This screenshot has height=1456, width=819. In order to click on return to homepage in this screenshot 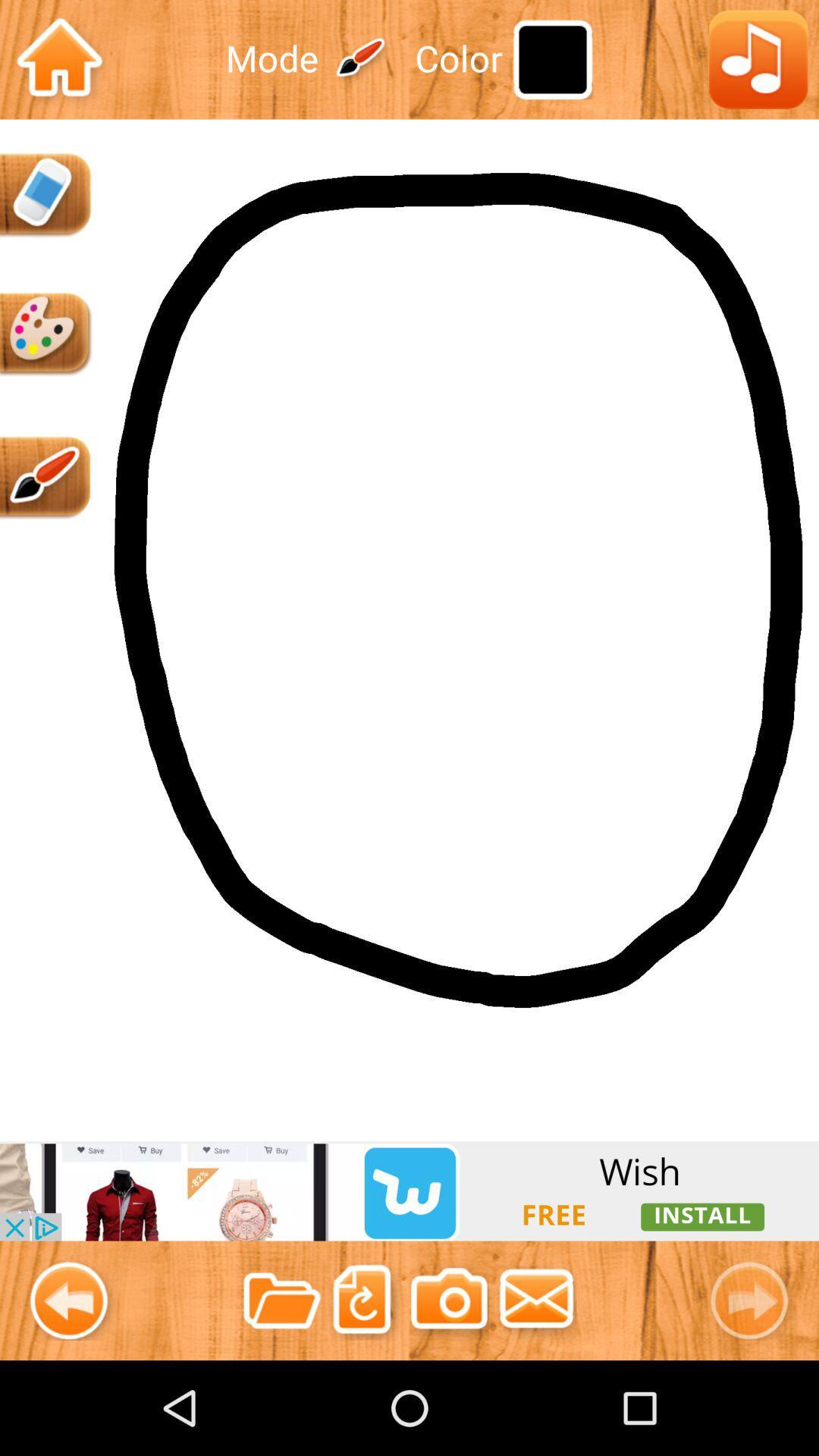, I will do `click(59, 59)`.